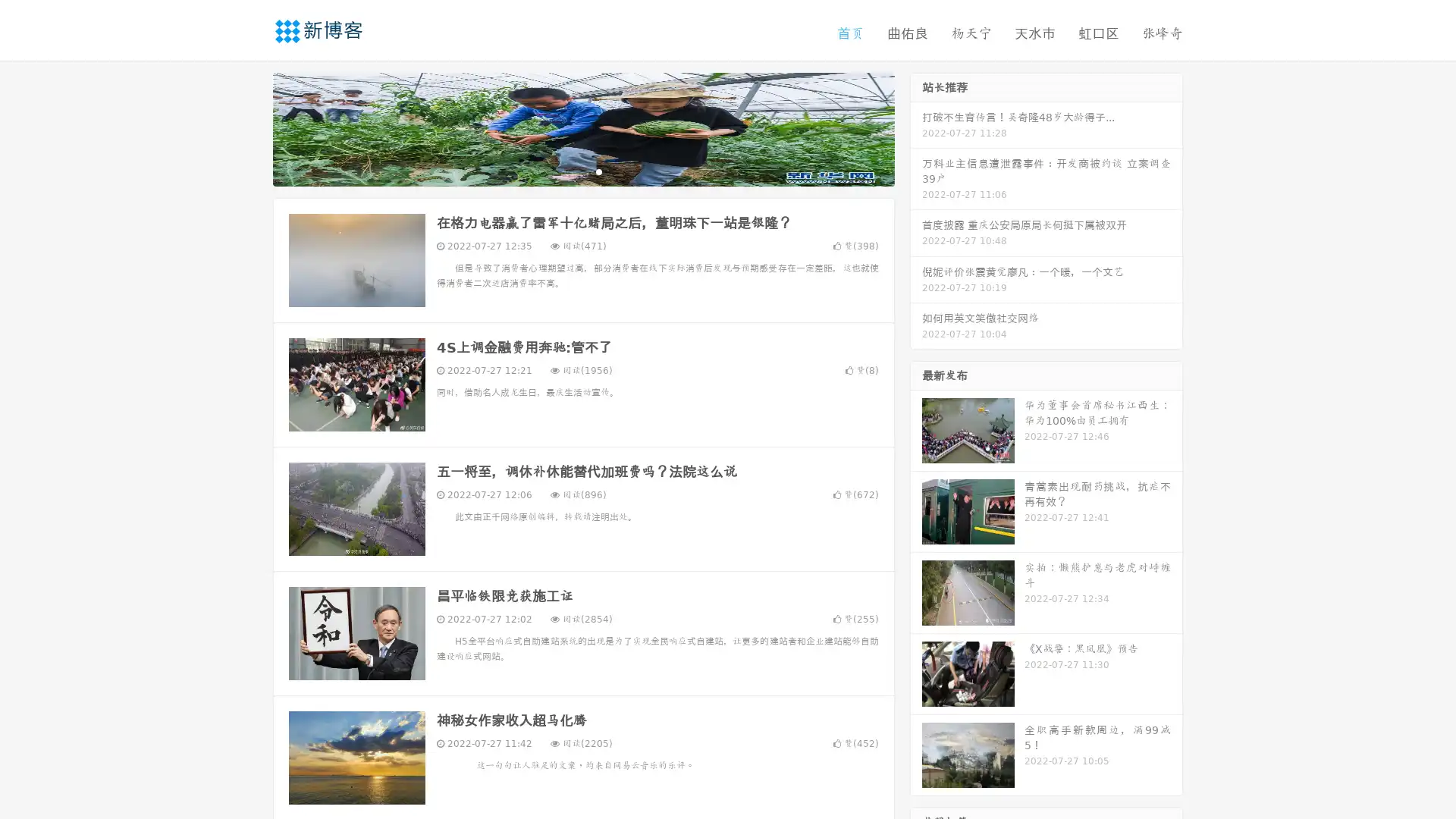 The height and width of the screenshot is (819, 1456). I want to click on Go to slide 2, so click(582, 171).